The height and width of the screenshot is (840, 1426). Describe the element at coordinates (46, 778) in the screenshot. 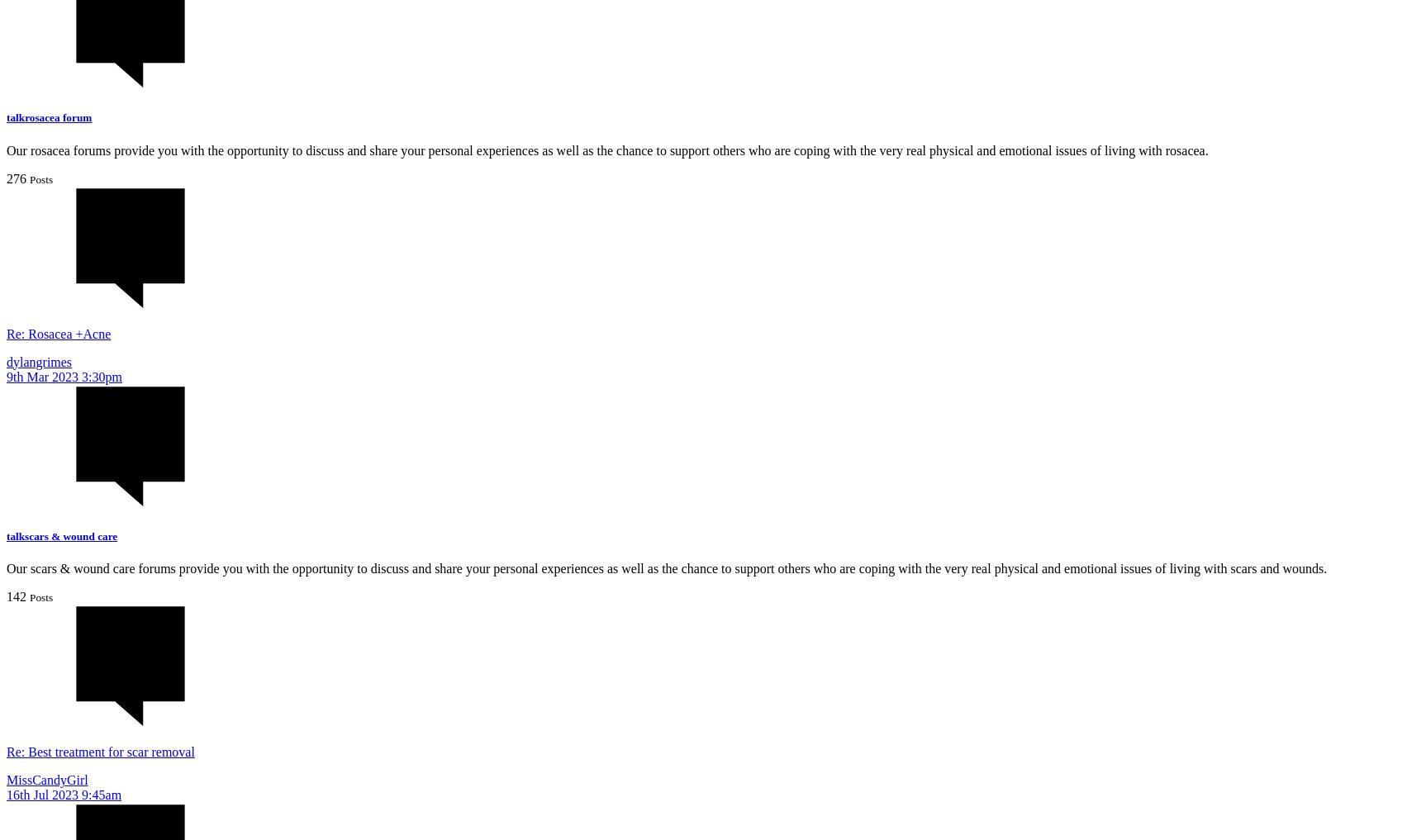

I see `'MissCandyGirl'` at that location.